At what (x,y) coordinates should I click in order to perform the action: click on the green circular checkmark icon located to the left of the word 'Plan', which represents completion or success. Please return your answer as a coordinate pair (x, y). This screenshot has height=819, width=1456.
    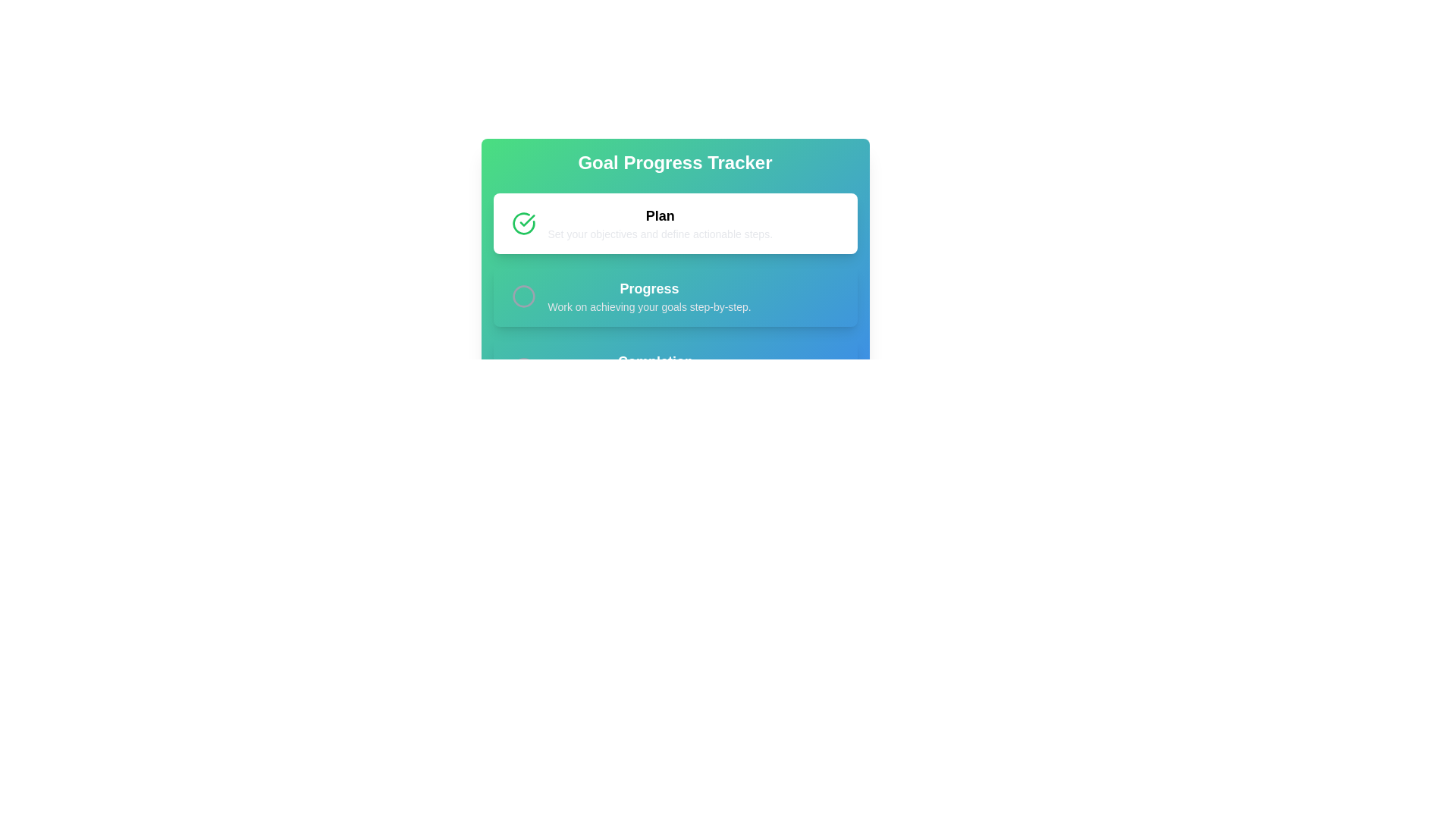
    Looking at the image, I should click on (523, 223).